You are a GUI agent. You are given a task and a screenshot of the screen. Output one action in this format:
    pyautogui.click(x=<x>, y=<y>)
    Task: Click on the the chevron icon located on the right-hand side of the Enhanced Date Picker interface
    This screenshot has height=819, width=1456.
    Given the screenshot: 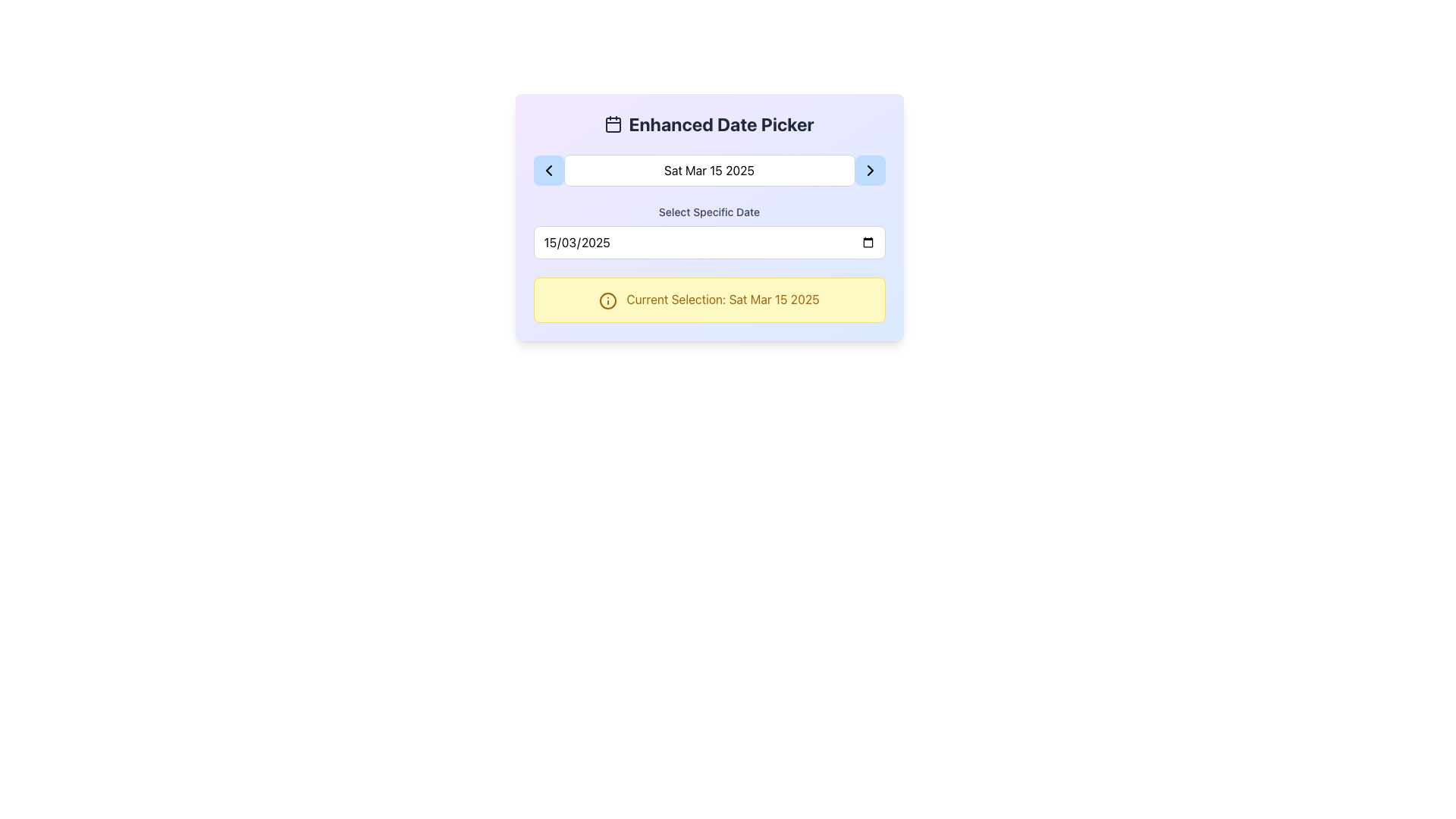 What is the action you would take?
    pyautogui.click(x=870, y=170)
    